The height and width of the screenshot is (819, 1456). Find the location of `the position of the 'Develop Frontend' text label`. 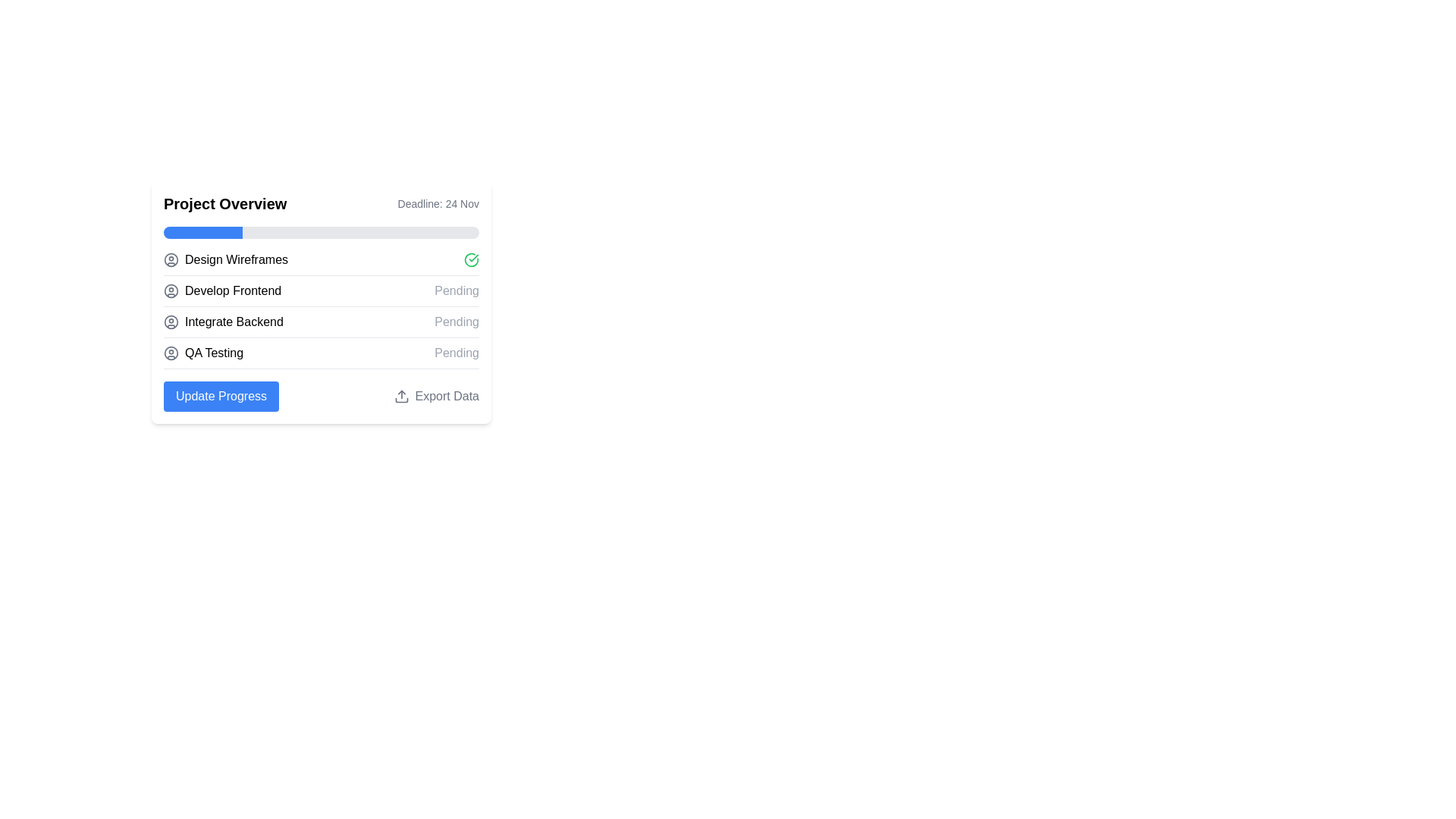

the position of the 'Develop Frontend' text label is located at coordinates (221, 291).